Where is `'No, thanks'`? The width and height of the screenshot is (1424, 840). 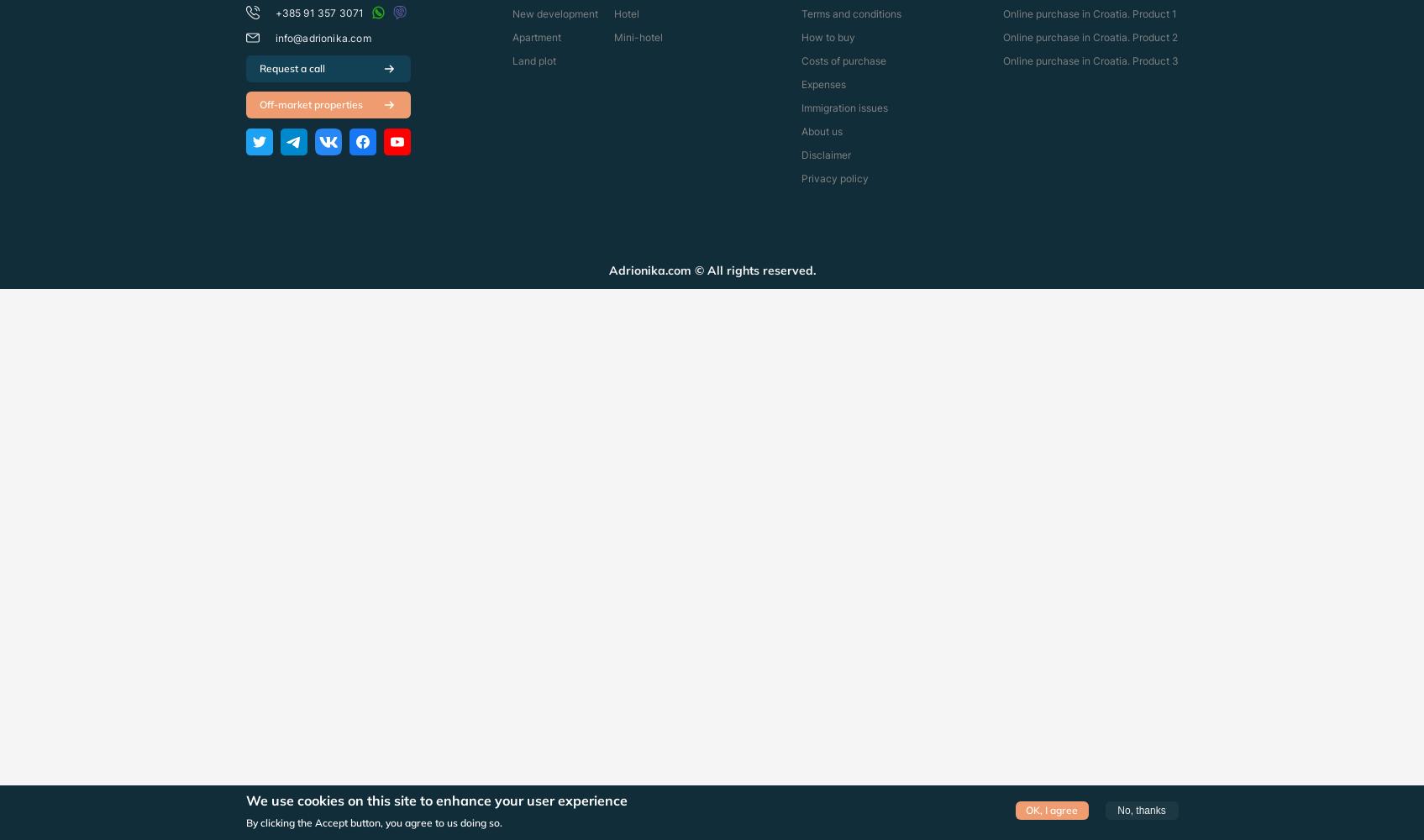
'No, thanks' is located at coordinates (1141, 810).